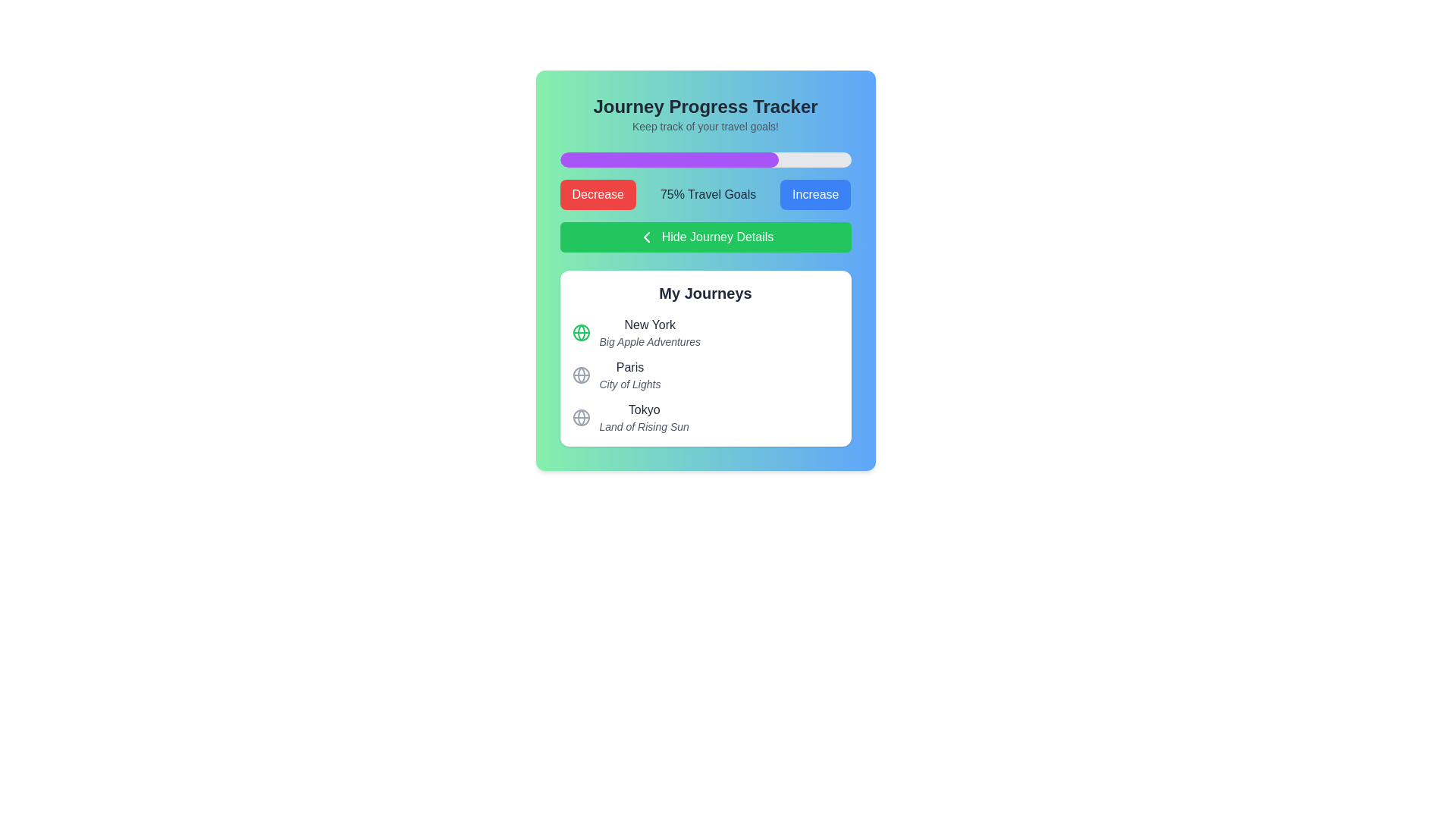 The image size is (1456, 819). What do you see at coordinates (580, 332) in the screenshot?
I see `the globe icon with a green outline located next to the text 'New York' and 'Big Apple Adventures' in the 'My Journeys' section` at bounding box center [580, 332].